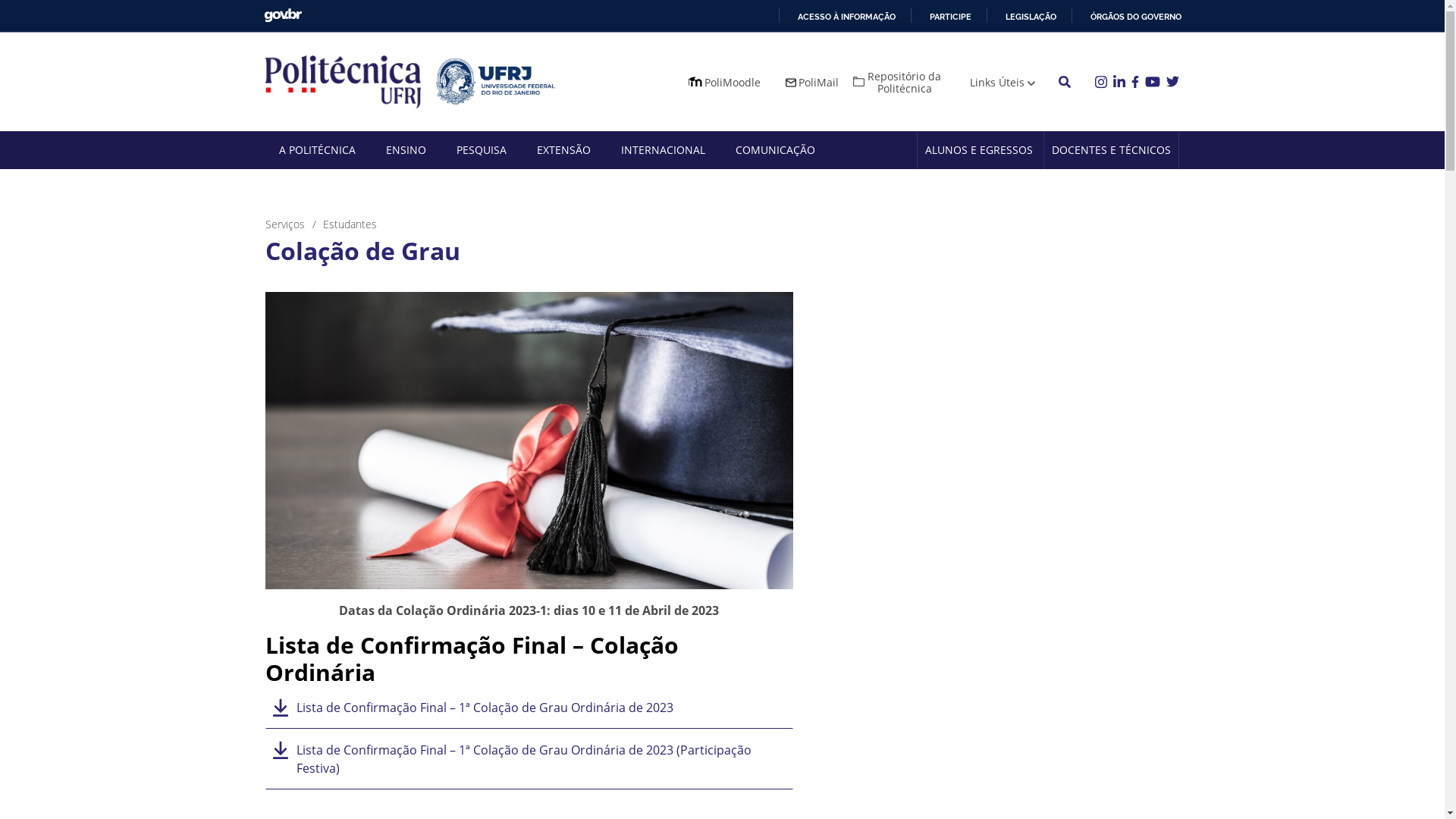 The image size is (1456, 819). Describe the element at coordinates (662, 149) in the screenshot. I see `'INTERNACIONAL'` at that location.